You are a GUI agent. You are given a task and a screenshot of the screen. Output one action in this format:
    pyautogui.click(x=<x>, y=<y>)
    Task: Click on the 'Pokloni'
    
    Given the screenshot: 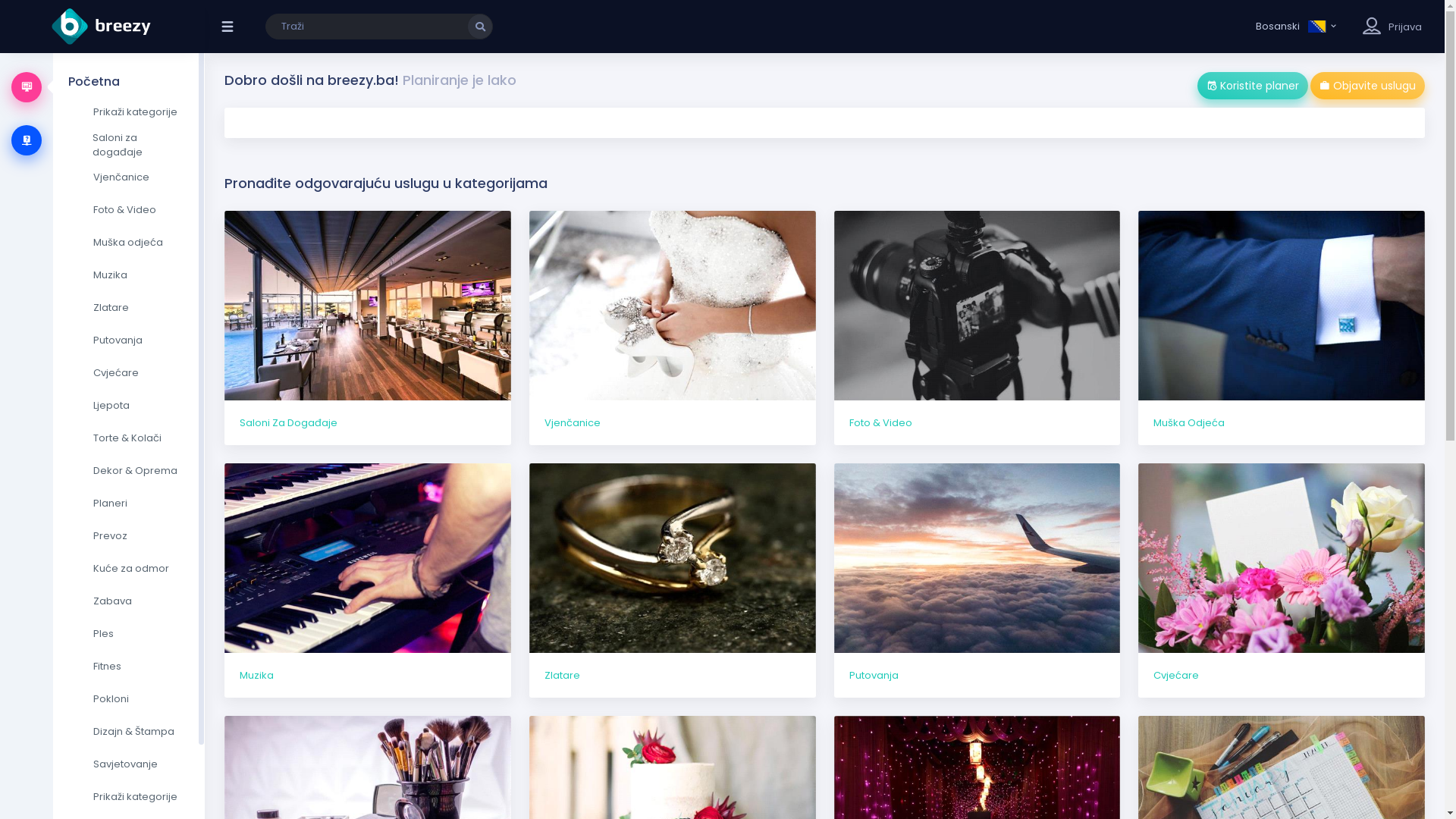 What is the action you would take?
    pyautogui.click(x=128, y=698)
    